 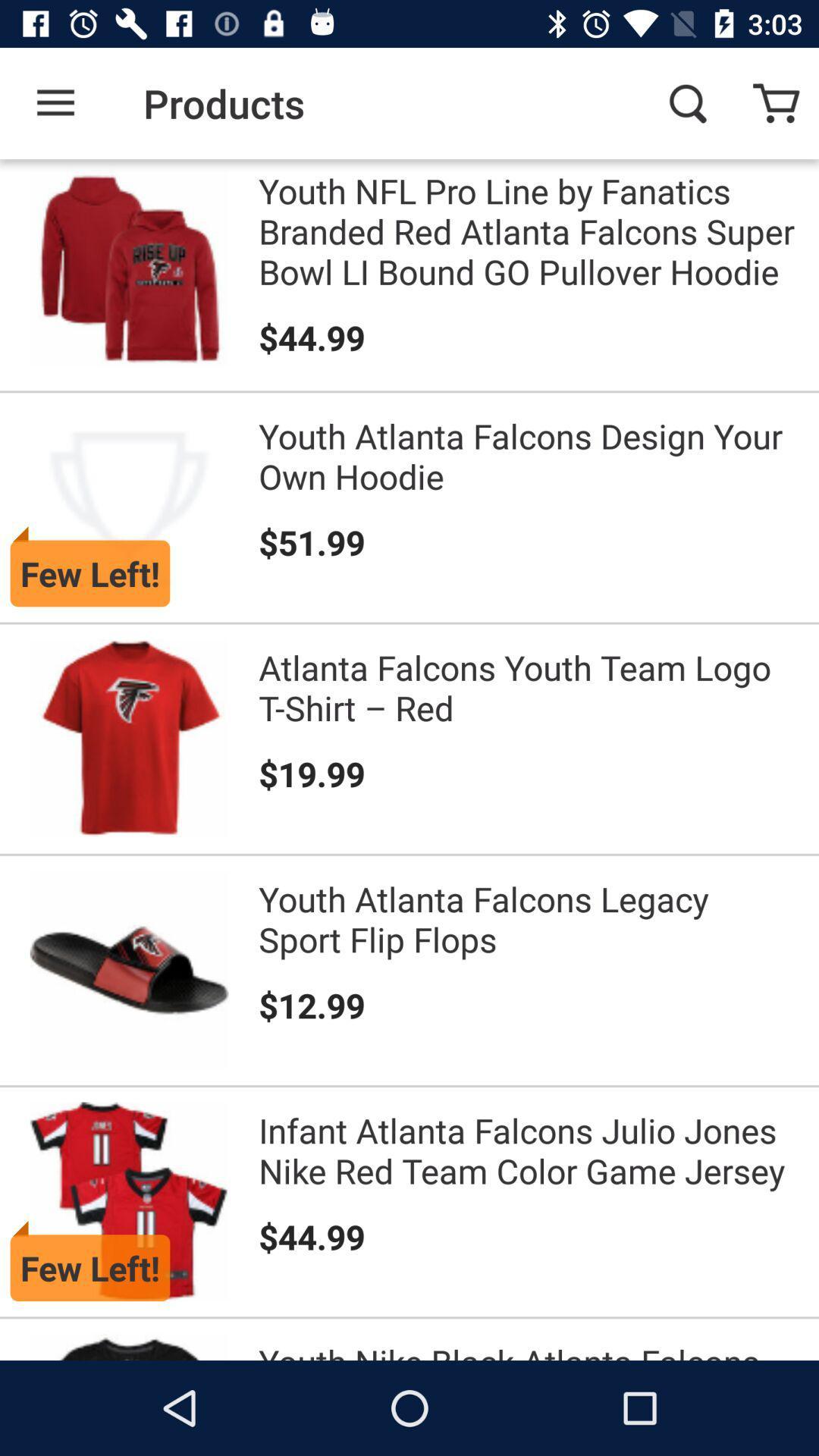 What do you see at coordinates (55, 102) in the screenshot?
I see `item next to products` at bounding box center [55, 102].